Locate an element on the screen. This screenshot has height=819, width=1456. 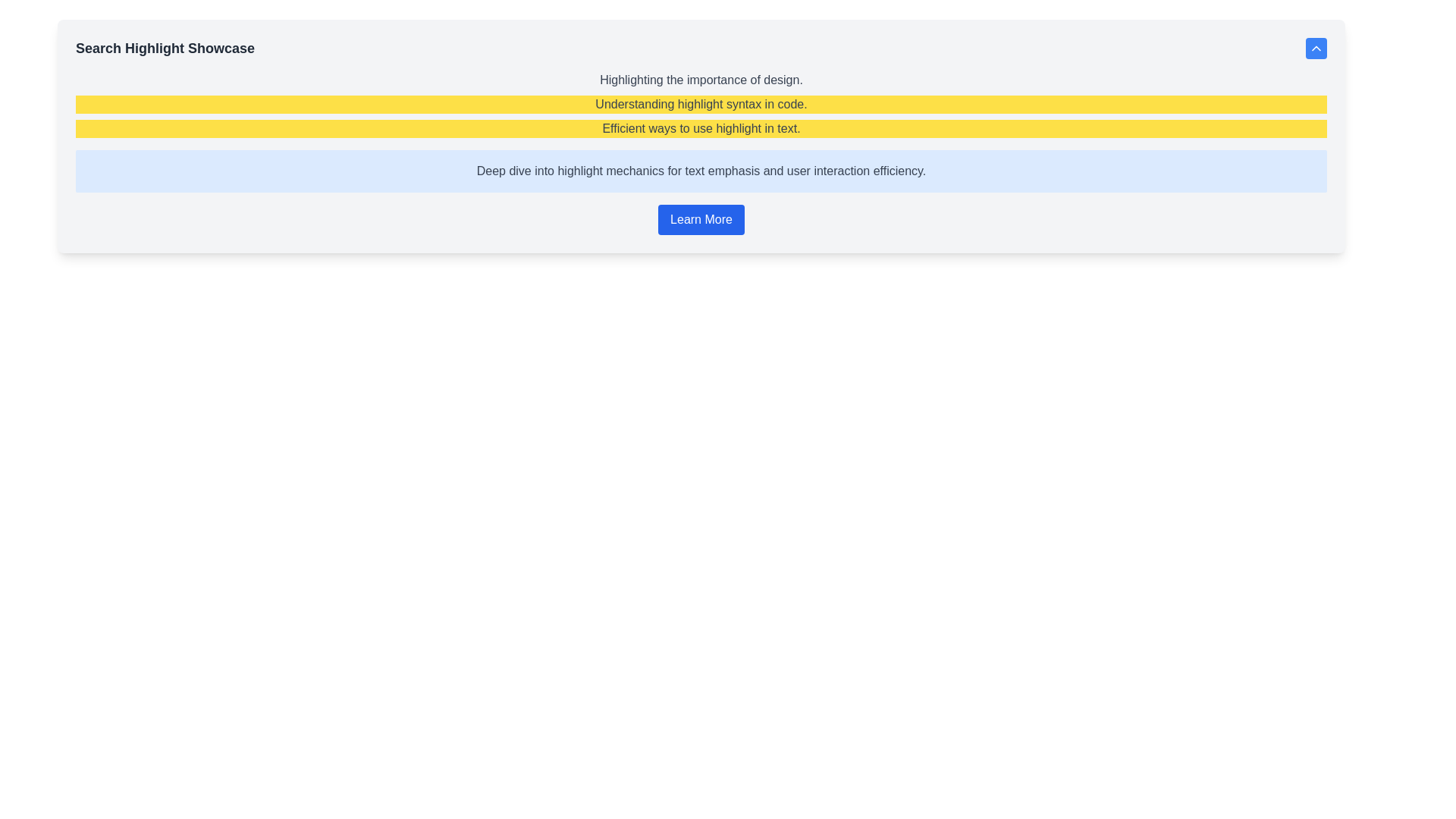
the upward-facing chevron icon, which is a minimalist white arrow on a blue circular background located at the top-right corner of the main interface card is located at coordinates (1316, 48).